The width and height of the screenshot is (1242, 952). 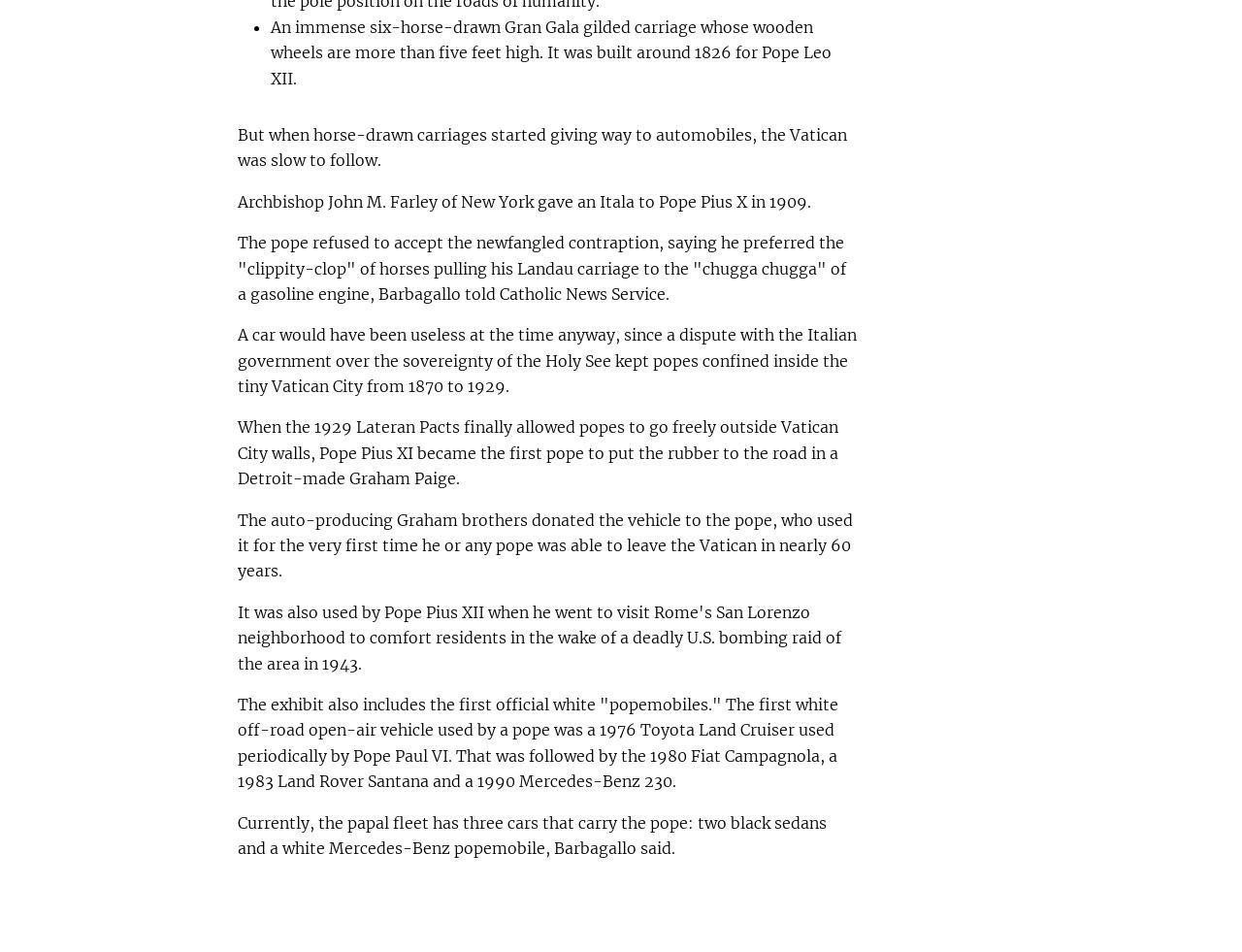 What do you see at coordinates (543, 544) in the screenshot?
I see `'The auto-producing Graham brothers donated the vehicle to the pope, who used it for the very first time he or any pope was able to leave the Vatican in nearly 60 years.'` at bounding box center [543, 544].